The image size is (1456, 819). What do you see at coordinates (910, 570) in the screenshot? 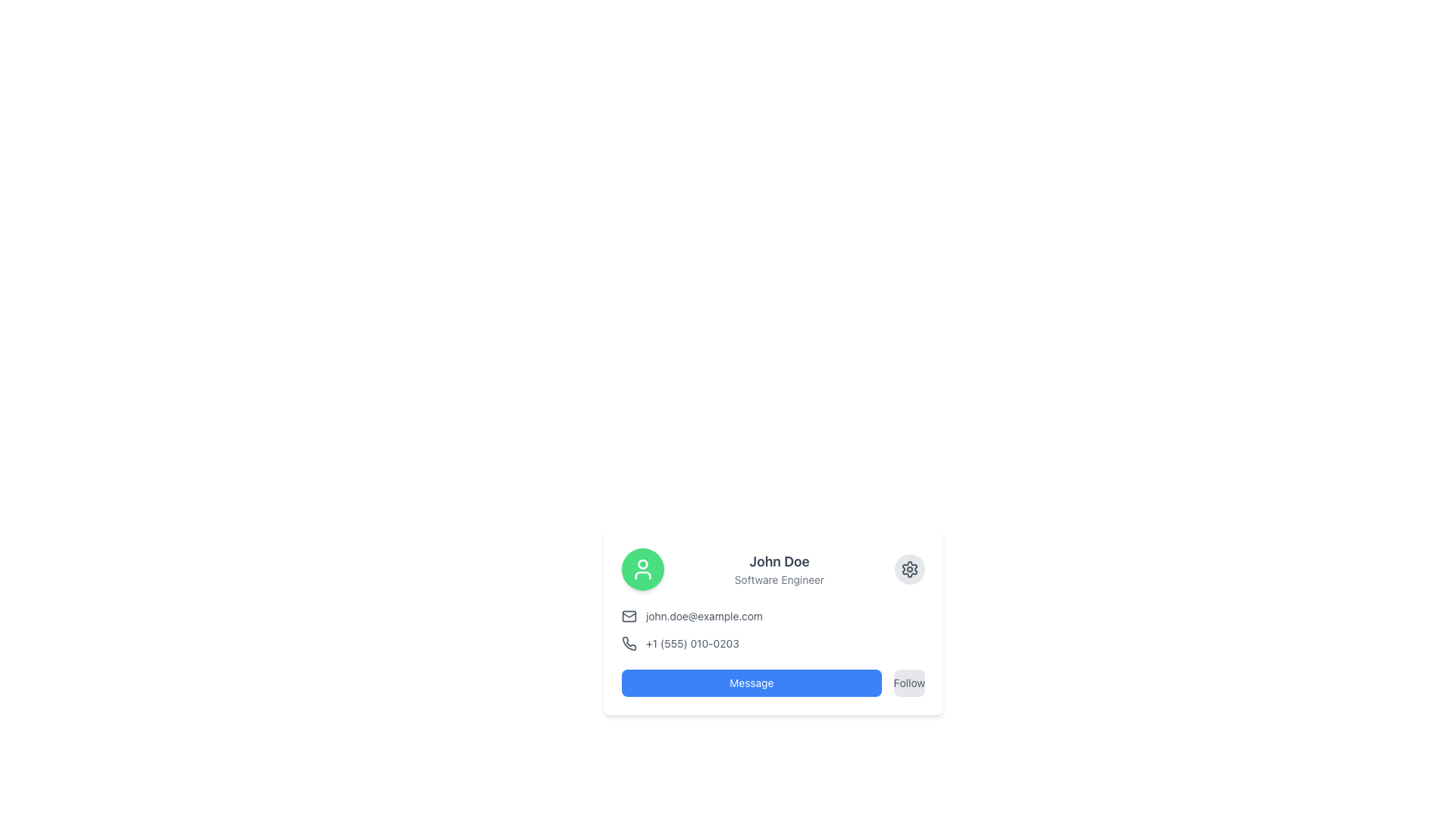
I see `the circular button with a gear icon in the top-right corner of the profile card` at bounding box center [910, 570].